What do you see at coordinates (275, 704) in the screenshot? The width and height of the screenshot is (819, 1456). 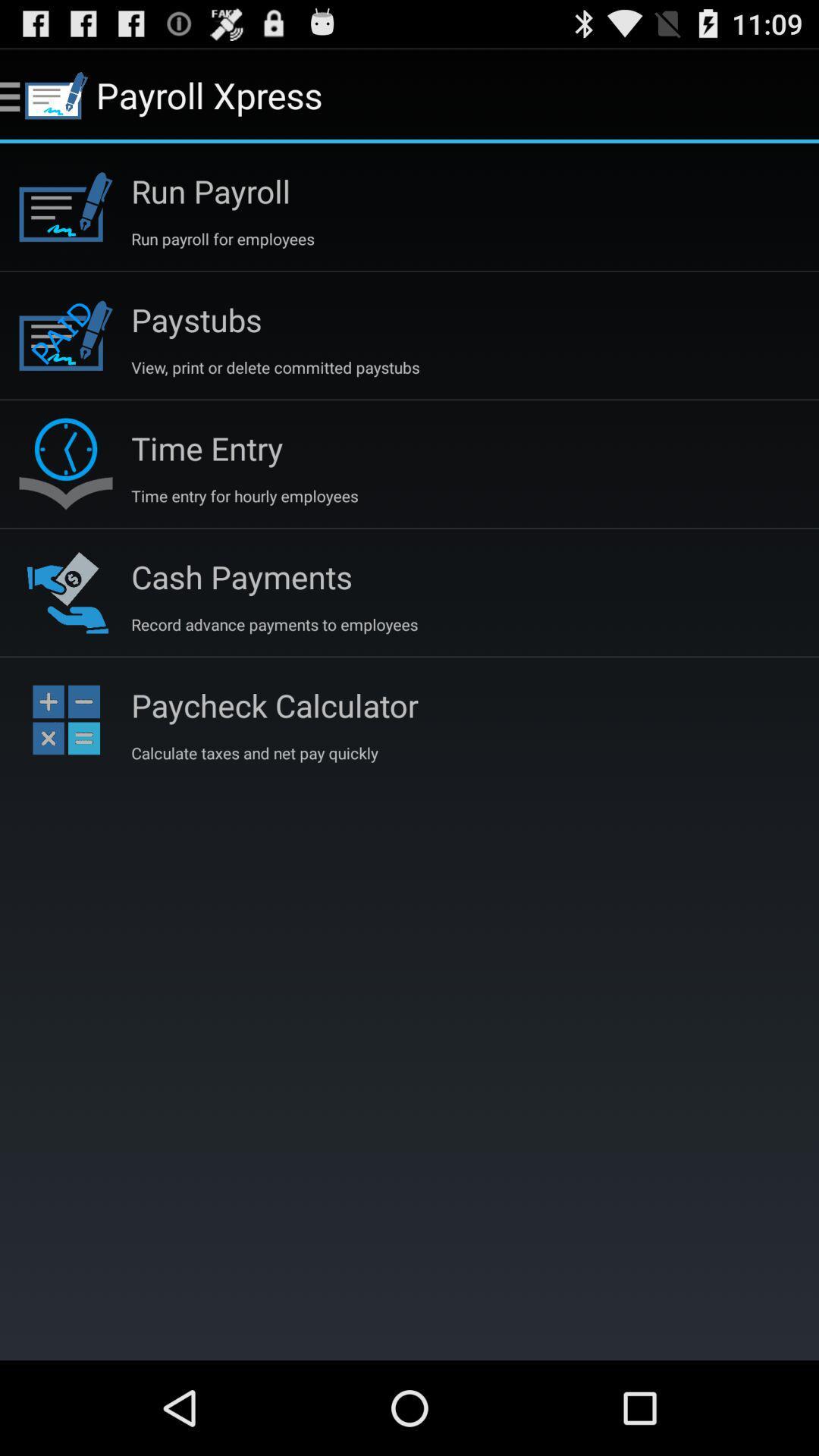 I see `paycheck calculator icon` at bounding box center [275, 704].